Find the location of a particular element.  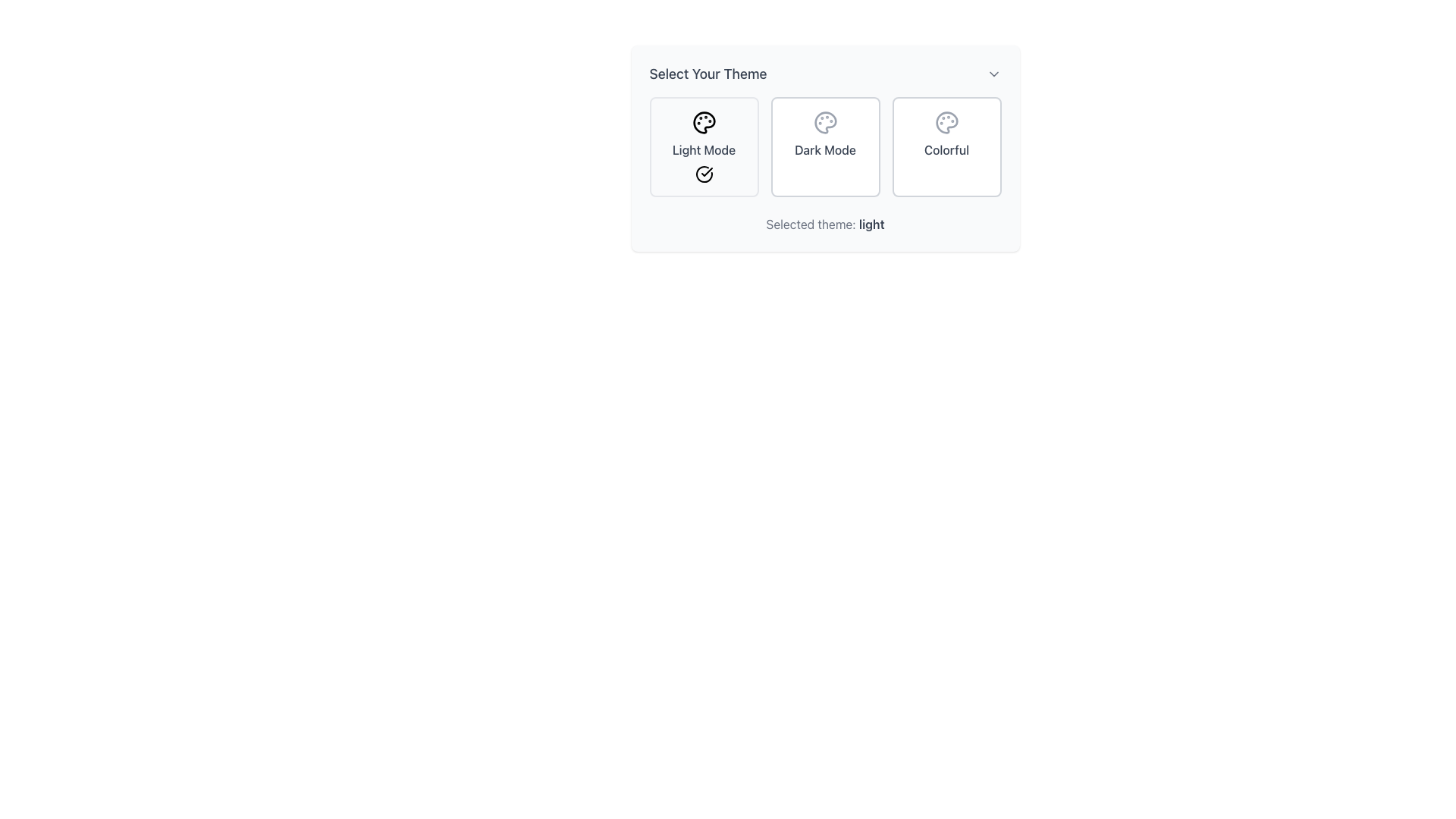

the theme selection modal, which is a dropdown menu allowing users to choose between Light, Dark, or Colorful display modes, located in the upper section of the interface is located at coordinates (824, 149).